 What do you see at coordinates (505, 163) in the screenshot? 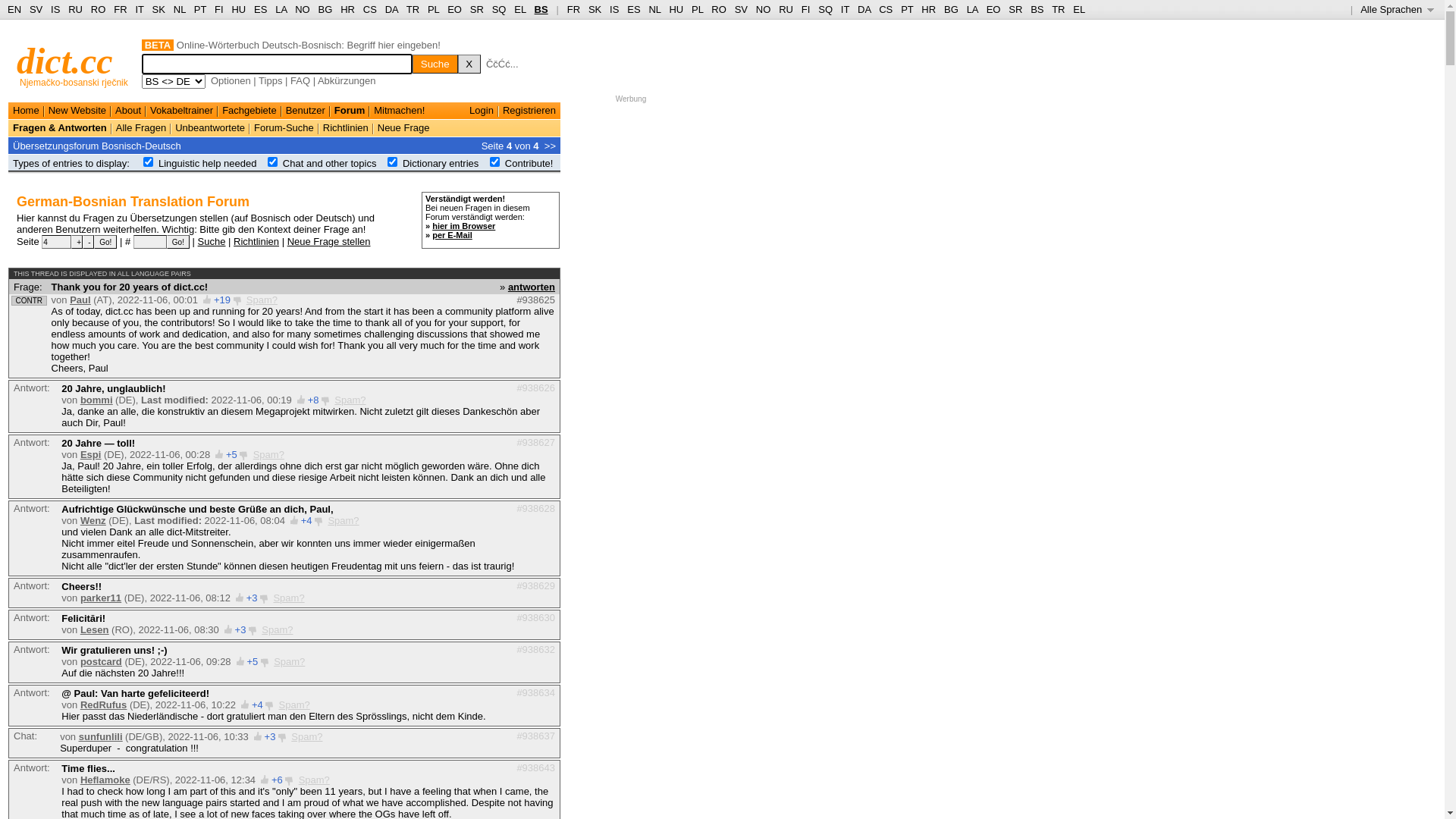
I see `'Contribute!'` at bounding box center [505, 163].